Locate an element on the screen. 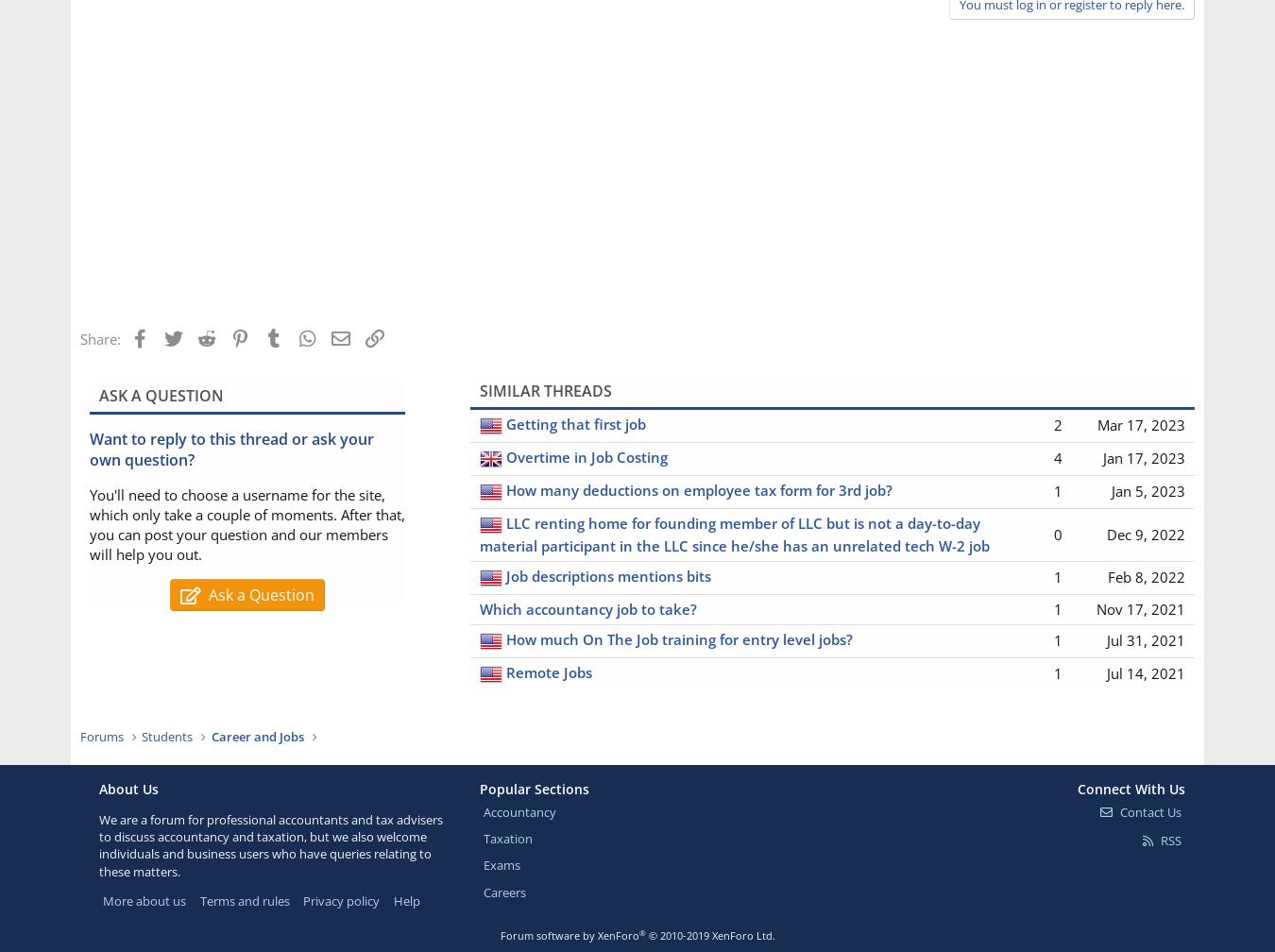 The height and width of the screenshot is (952, 1275). 'More about us' is located at coordinates (144, 899).